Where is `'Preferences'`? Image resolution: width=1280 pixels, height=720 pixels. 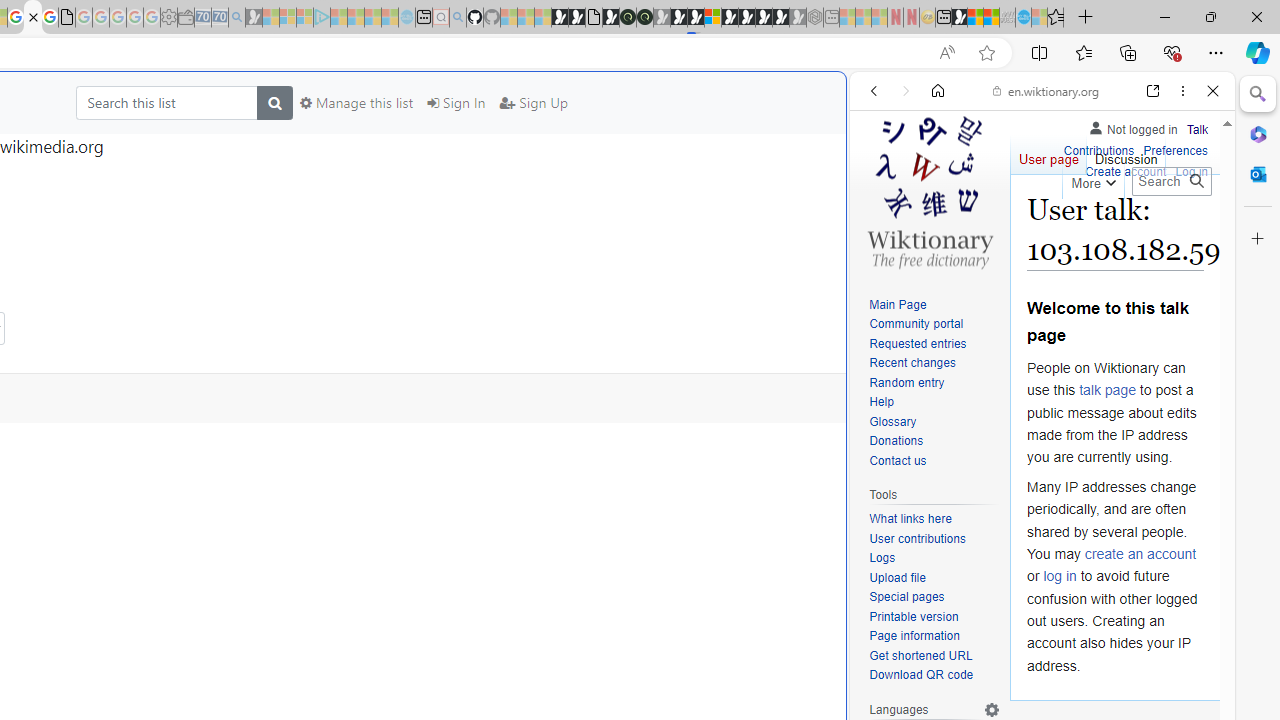 'Preferences' is located at coordinates (1175, 150).